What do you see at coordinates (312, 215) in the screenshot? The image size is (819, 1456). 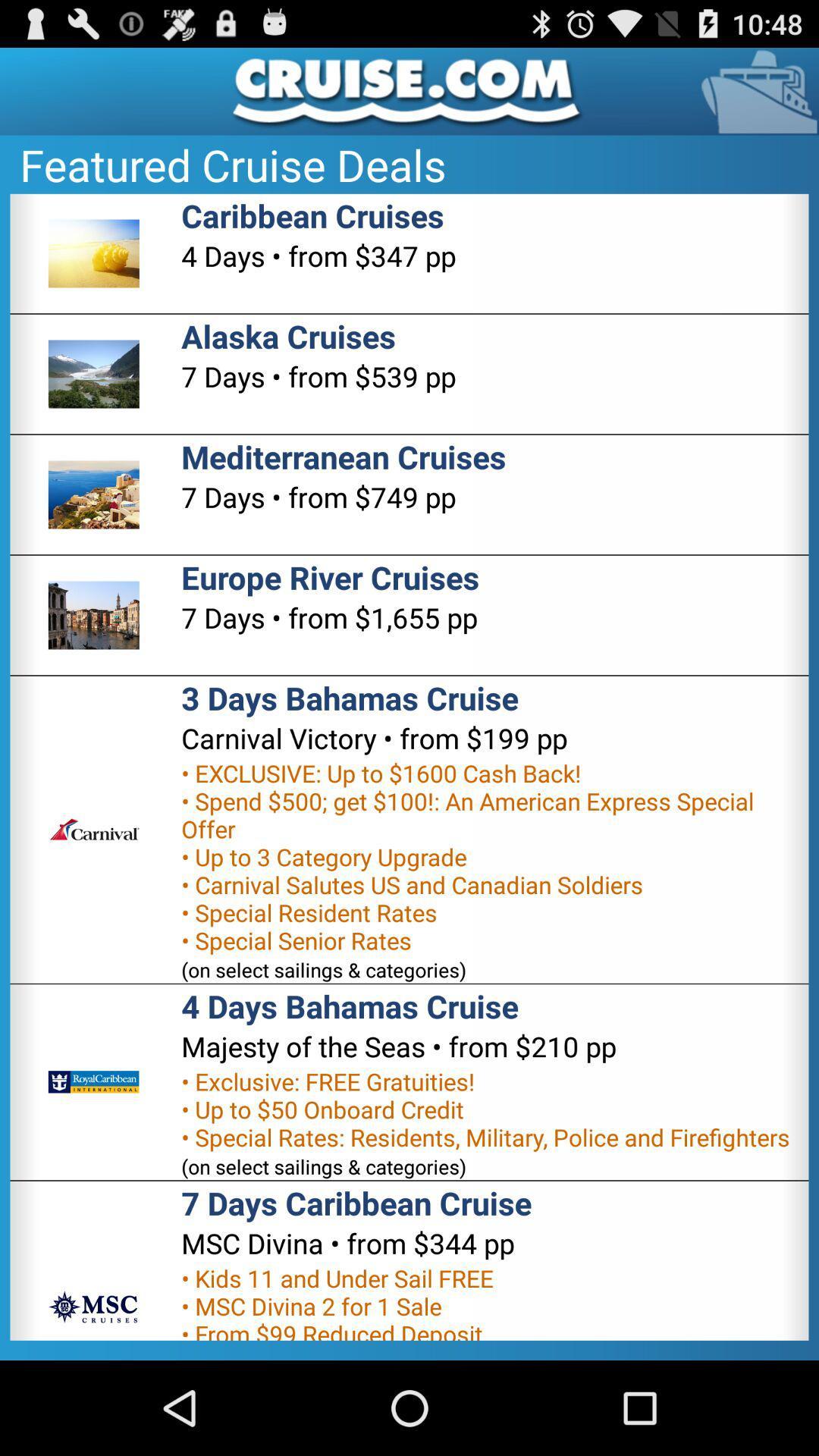 I see `caribbean cruises item` at bounding box center [312, 215].